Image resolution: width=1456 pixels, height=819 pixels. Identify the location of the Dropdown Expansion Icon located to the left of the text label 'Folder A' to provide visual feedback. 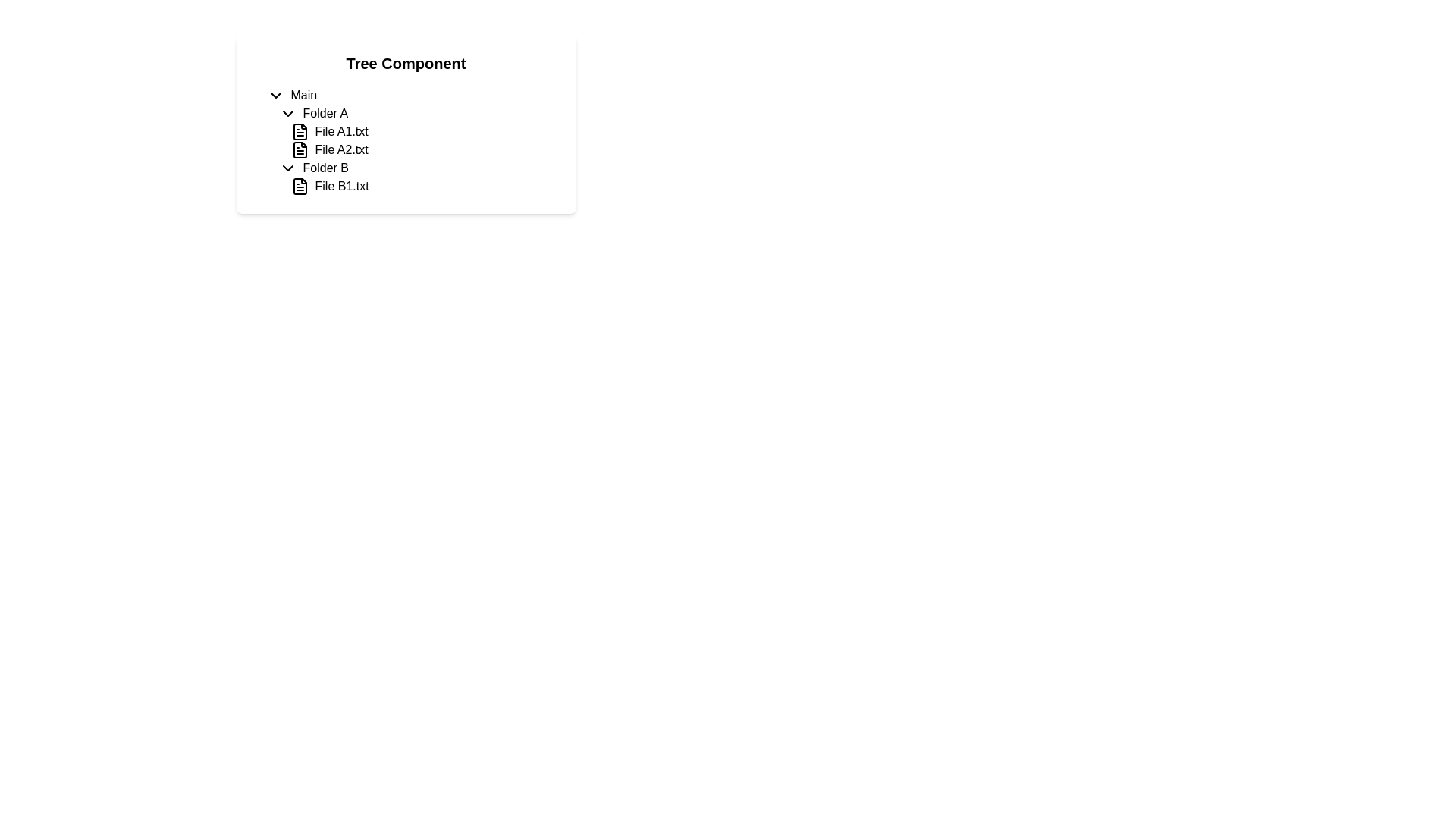
(287, 113).